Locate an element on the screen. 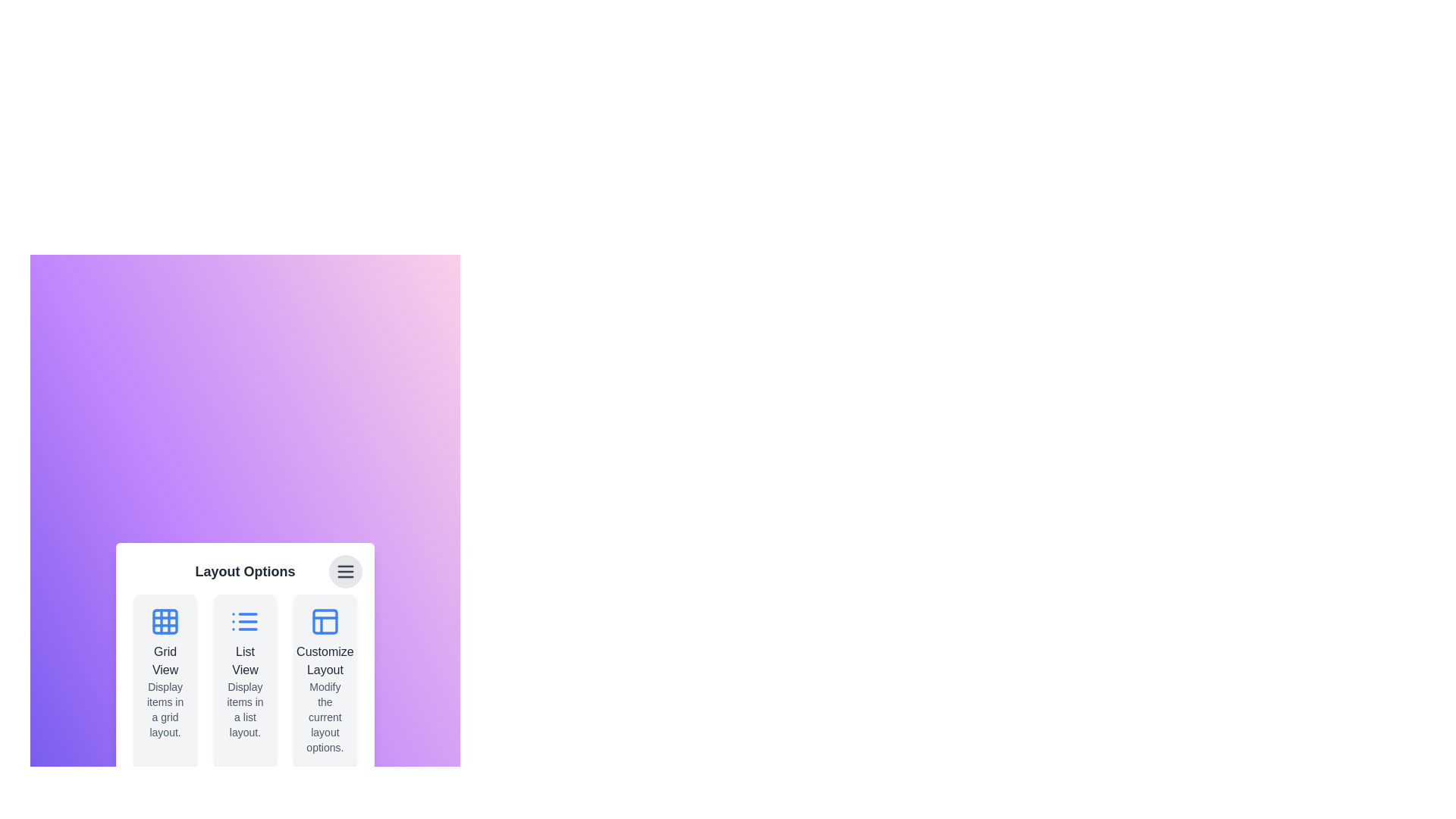  menu button in the top-right corner to toggle the menu visibility is located at coordinates (344, 571).